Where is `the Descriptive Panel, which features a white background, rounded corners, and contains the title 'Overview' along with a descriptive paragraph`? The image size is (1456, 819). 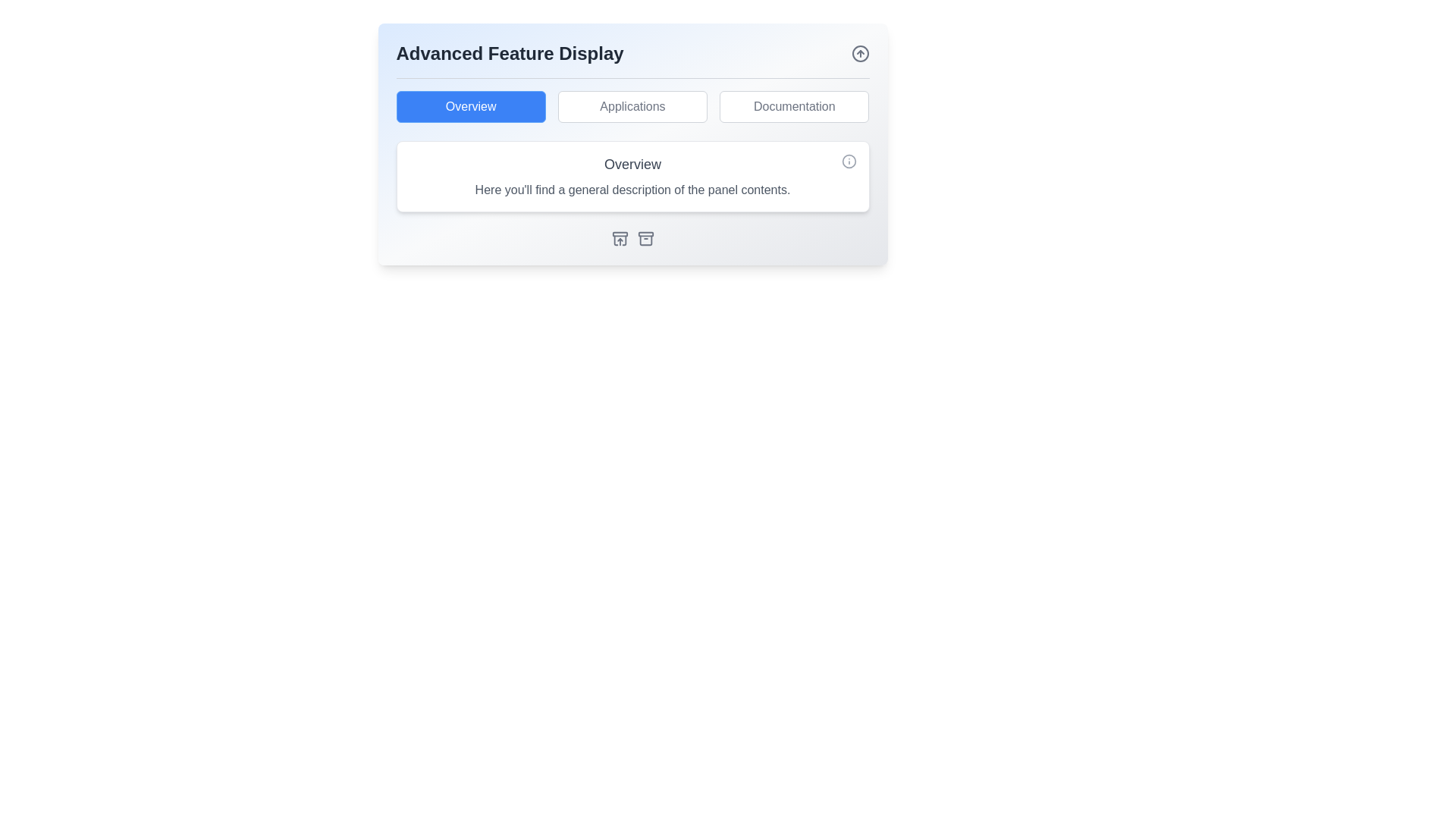 the Descriptive Panel, which features a white background, rounded corners, and contains the title 'Overview' along with a descriptive paragraph is located at coordinates (632, 175).